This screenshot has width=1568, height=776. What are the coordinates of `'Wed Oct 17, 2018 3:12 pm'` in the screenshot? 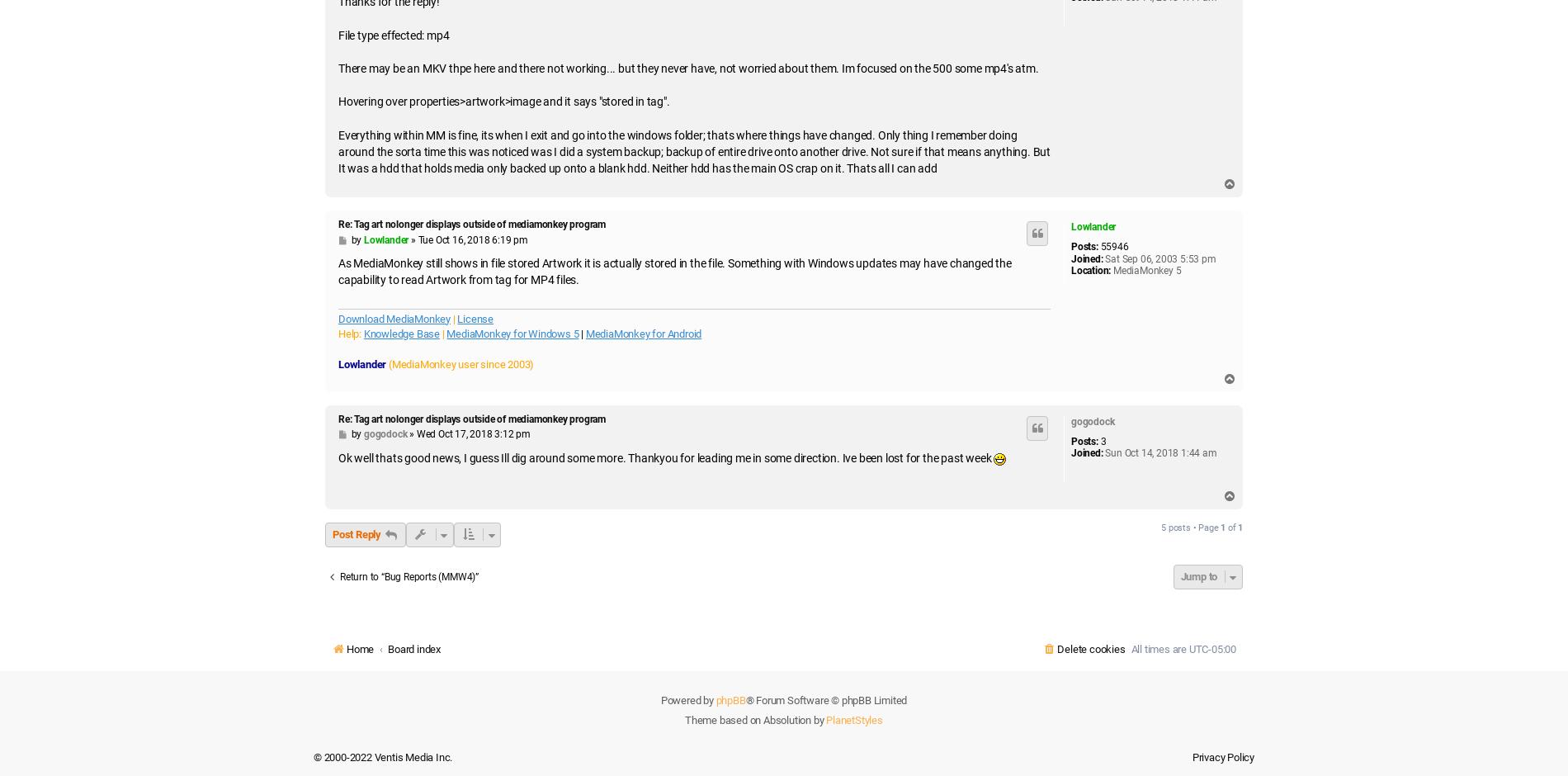 It's located at (473, 433).